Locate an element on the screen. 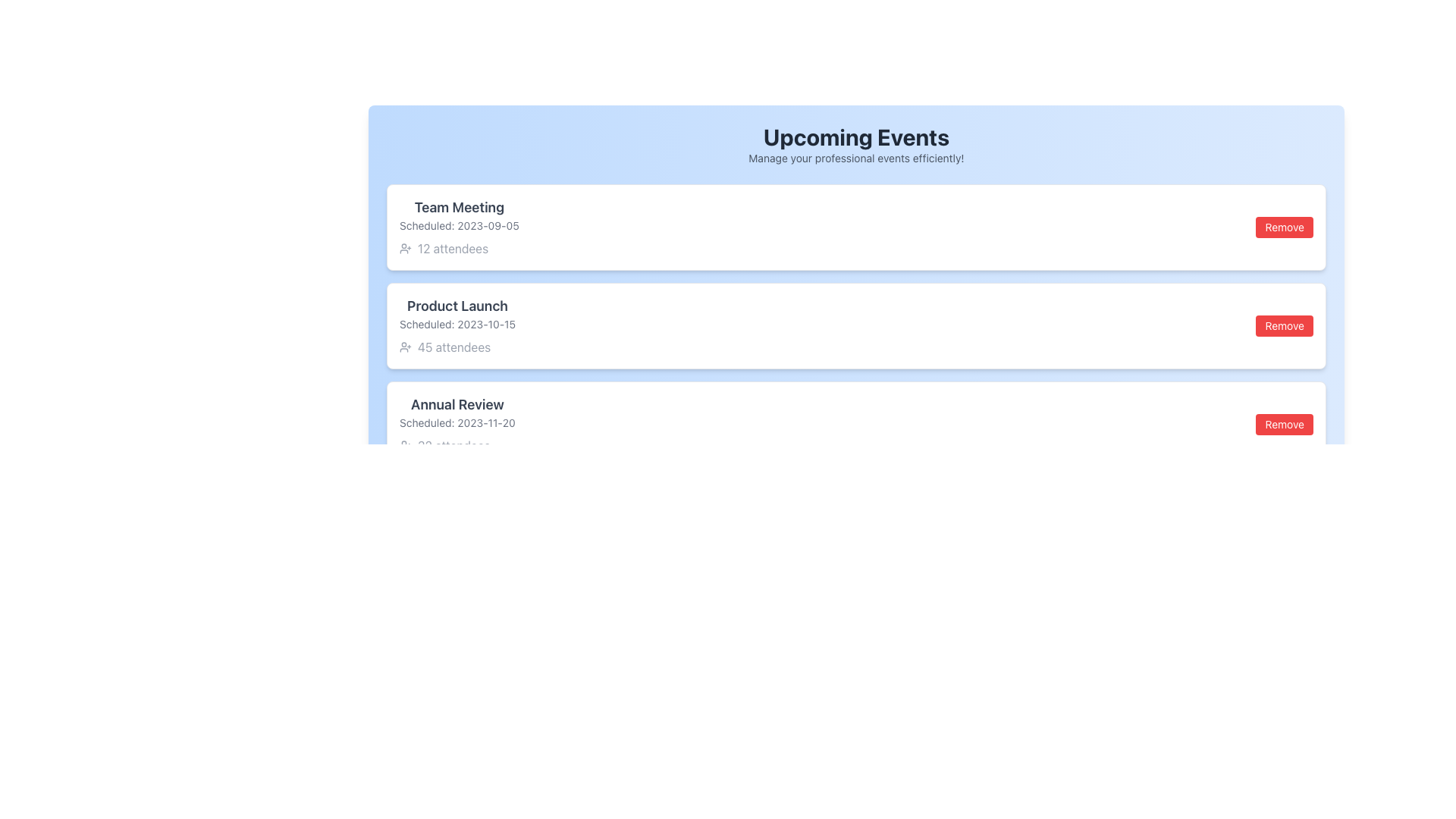 Image resolution: width=1456 pixels, height=819 pixels. the Text Label displaying the number of attendees for the 'Annual Review' event located at the bottom of the displayed list is located at coordinates (453, 444).